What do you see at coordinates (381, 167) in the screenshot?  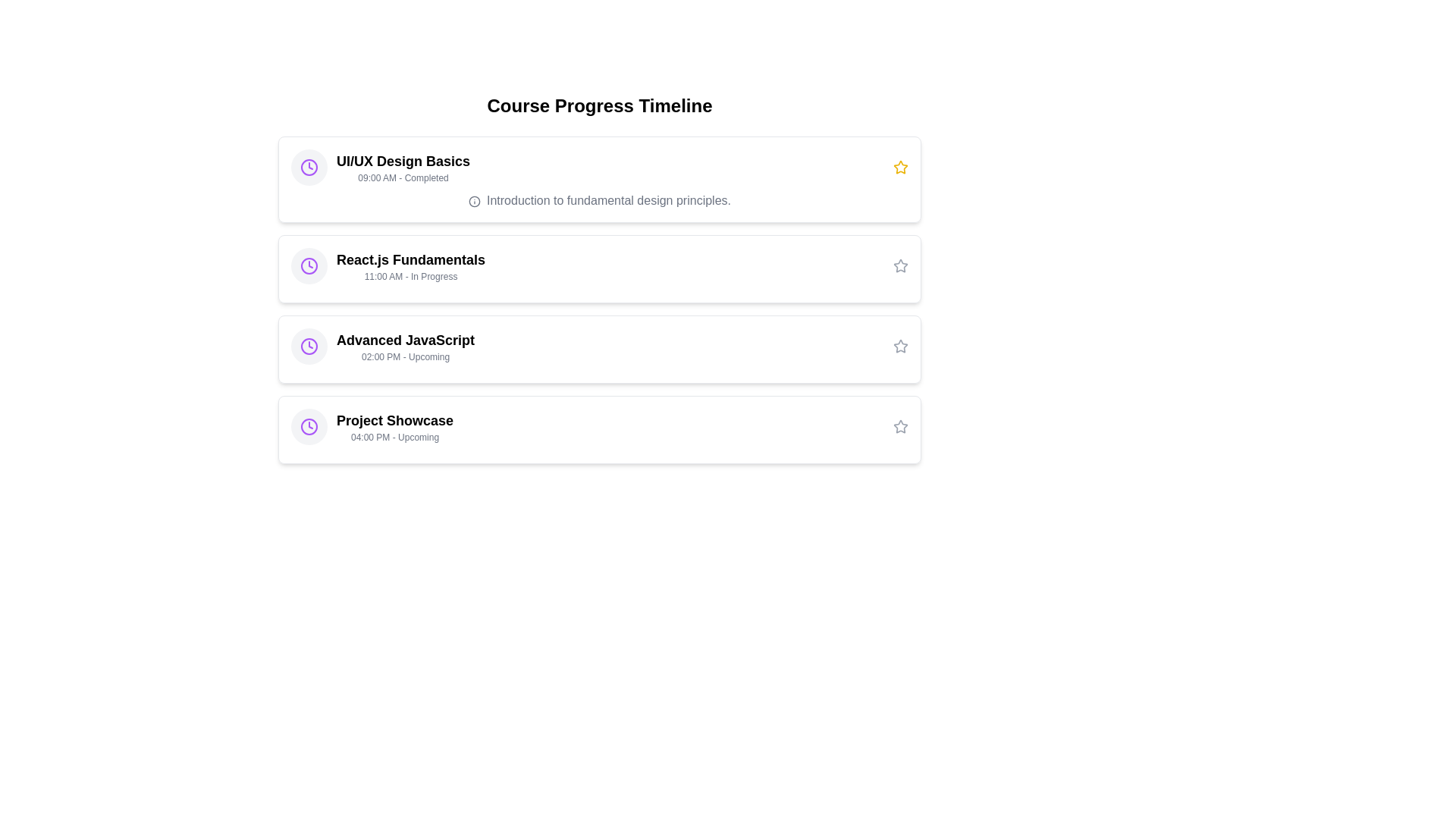 I see `course details displayed in the text block titled 'UI/UX Design Basics', which includes the completion time '09:00 AM - Completed'` at bounding box center [381, 167].